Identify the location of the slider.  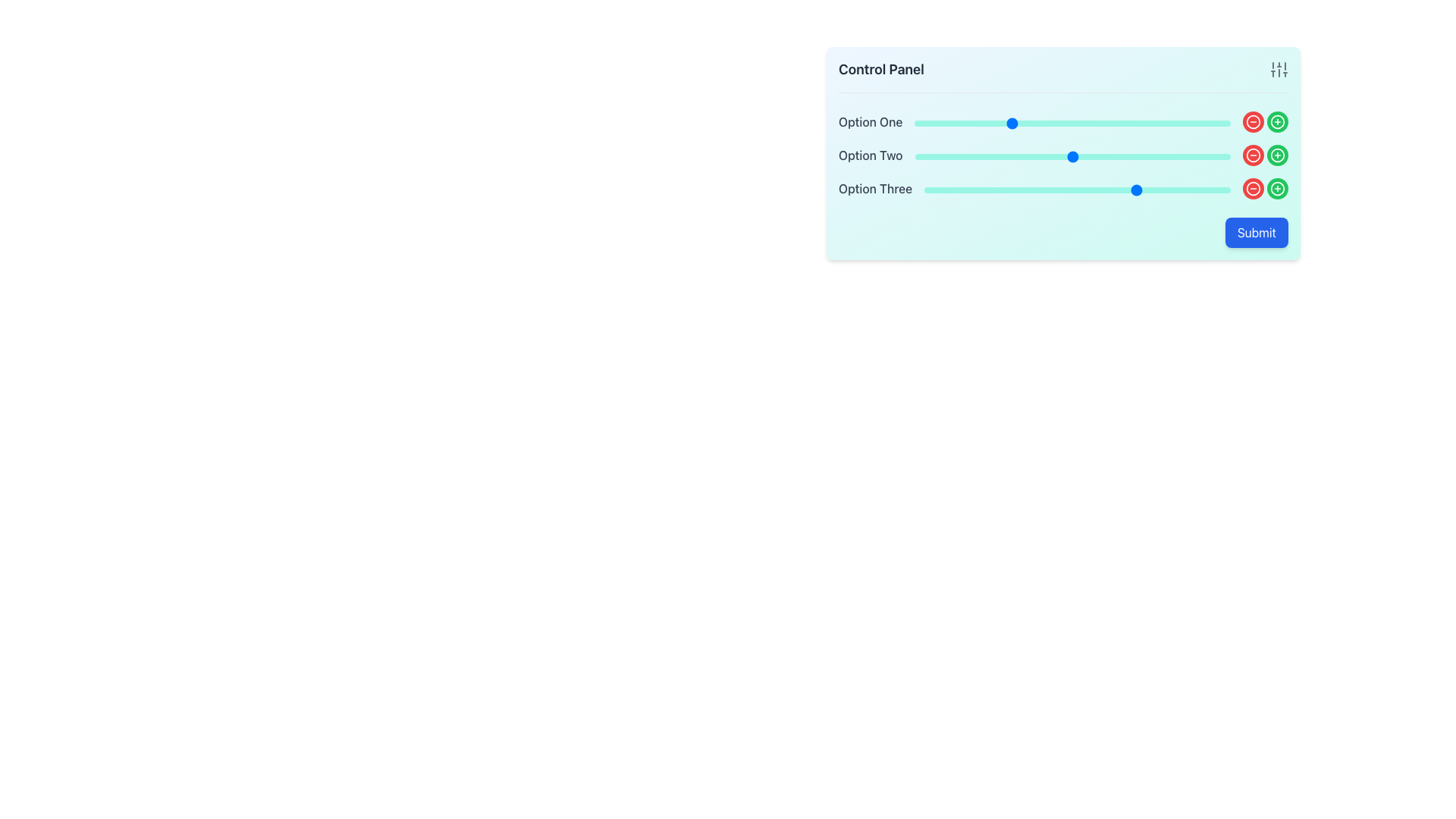
(1224, 122).